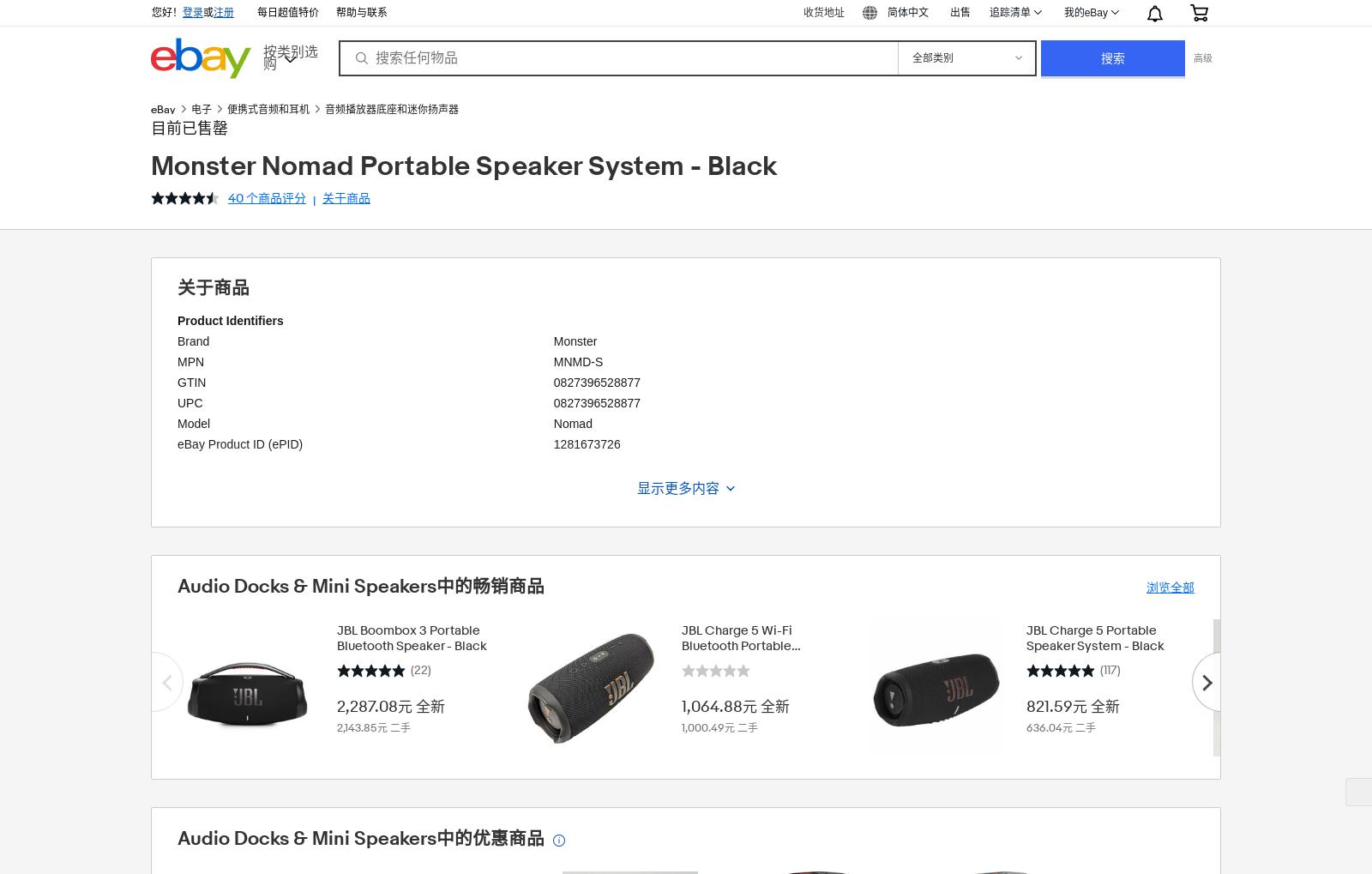  I want to click on 'Connectivity', so click(209, 582).